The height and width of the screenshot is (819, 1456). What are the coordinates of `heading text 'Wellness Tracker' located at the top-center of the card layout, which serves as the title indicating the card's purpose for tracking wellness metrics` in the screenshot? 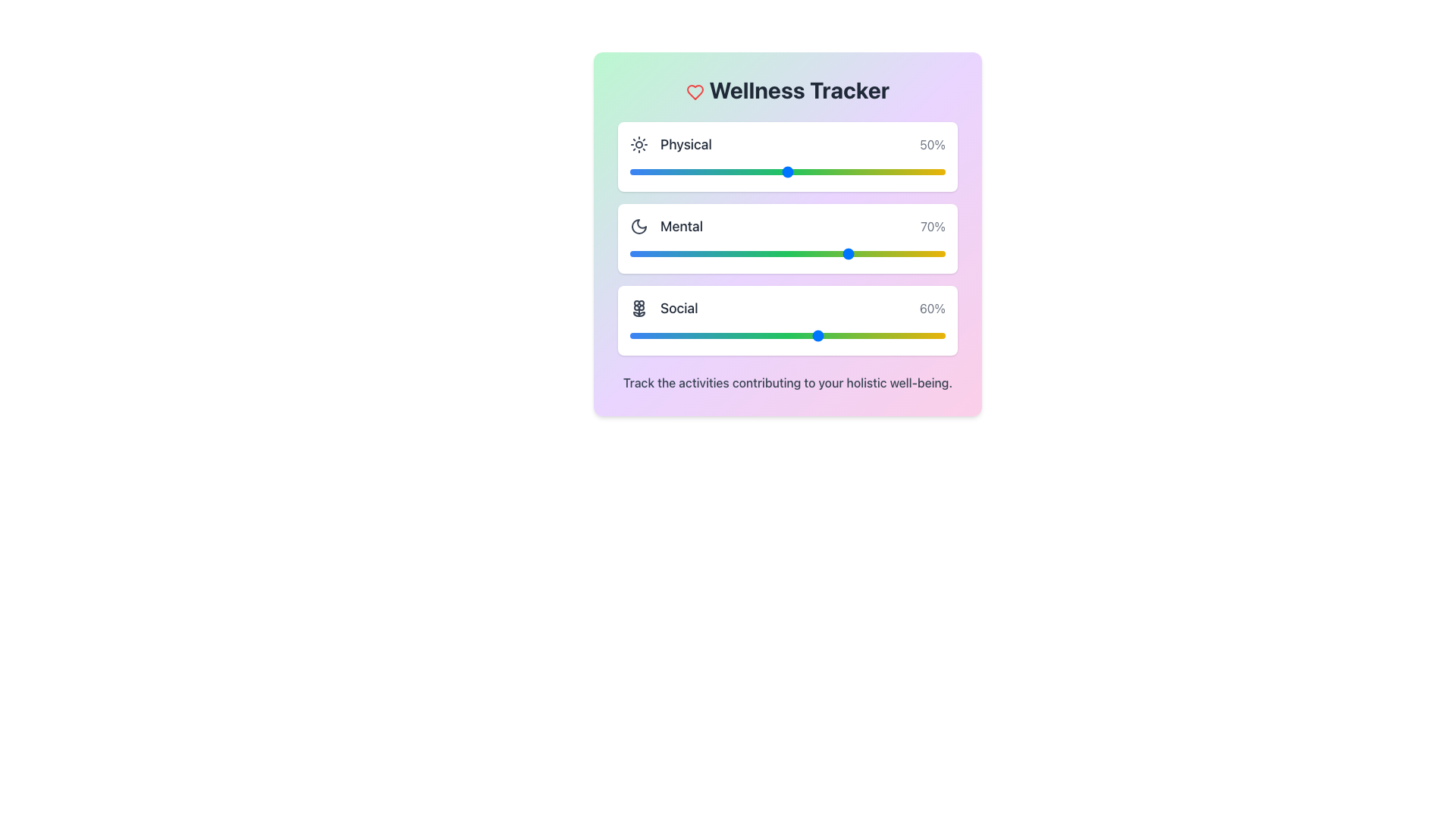 It's located at (787, 90).